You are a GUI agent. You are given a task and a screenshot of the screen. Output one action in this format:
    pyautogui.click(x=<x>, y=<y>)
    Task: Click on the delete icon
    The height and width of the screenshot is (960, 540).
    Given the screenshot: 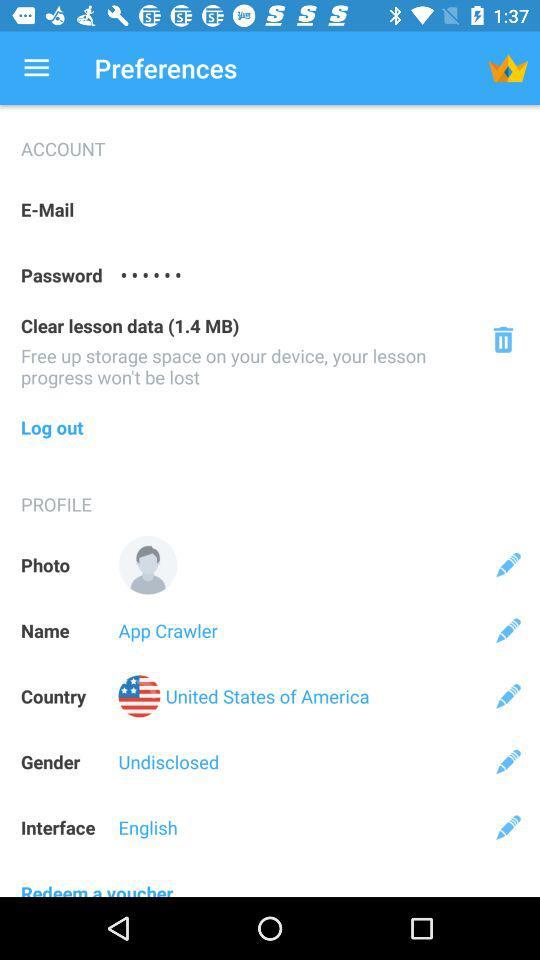 What is the action you would take?
    pyautogui.click(x=502, y=339)
    